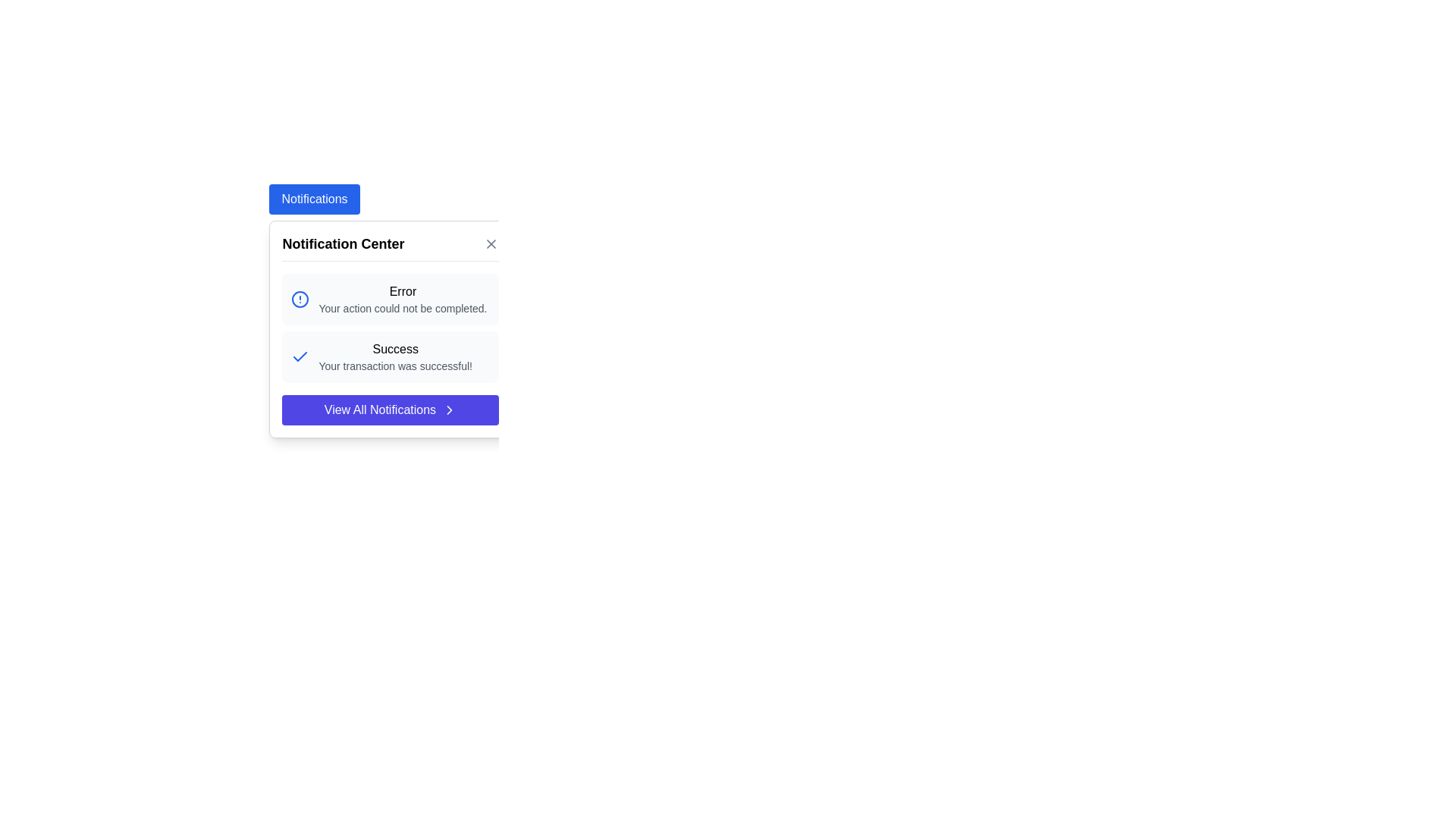 This screenshot has height=819, width=1456. What do you see at coordinates (449, 409) in the screenshot?
I see `the right-facing chevron icon within the 'View All Notifications' button located at the bottom of the notification panel` at bounding box center [449, 409].